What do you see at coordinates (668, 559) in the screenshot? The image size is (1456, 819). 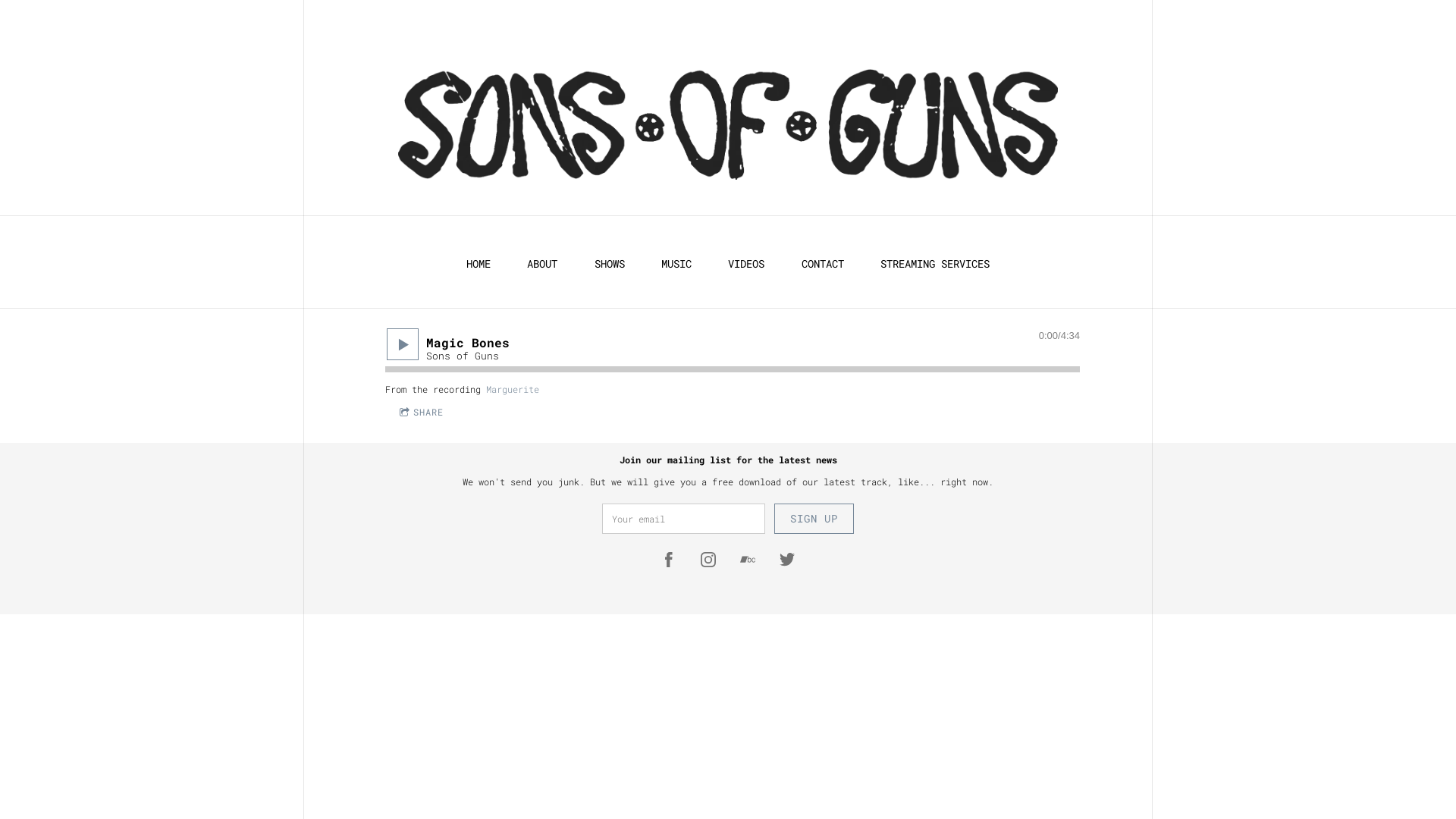 I see `'https://www.facebook.com/sonsofgunsmusic'` at bounding box center [668, 559].